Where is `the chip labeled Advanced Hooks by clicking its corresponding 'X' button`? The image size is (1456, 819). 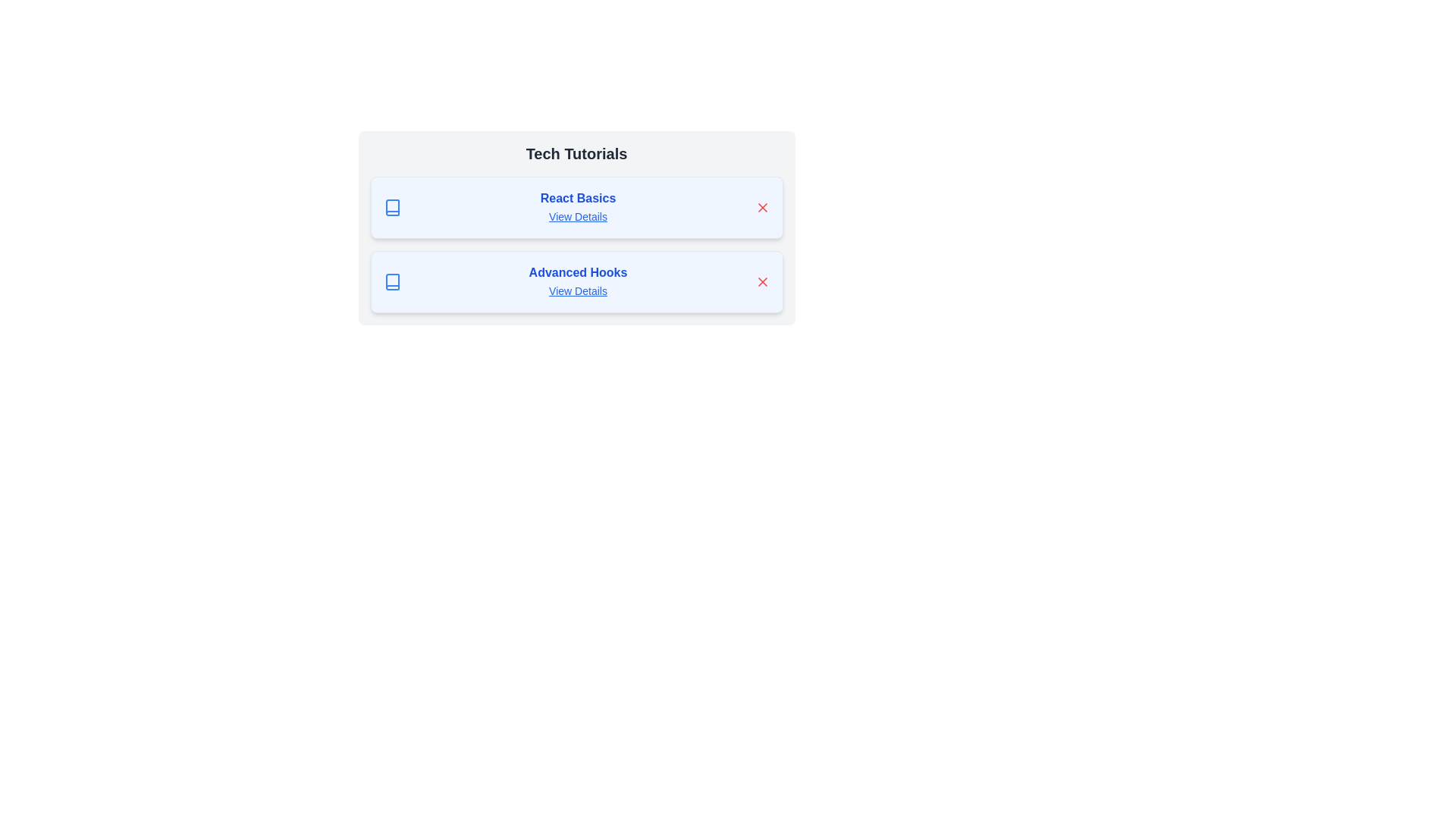
the chip labeled Advanced Hooks by clicking its corresponding 'X' button is located at coordinates (762, 281).